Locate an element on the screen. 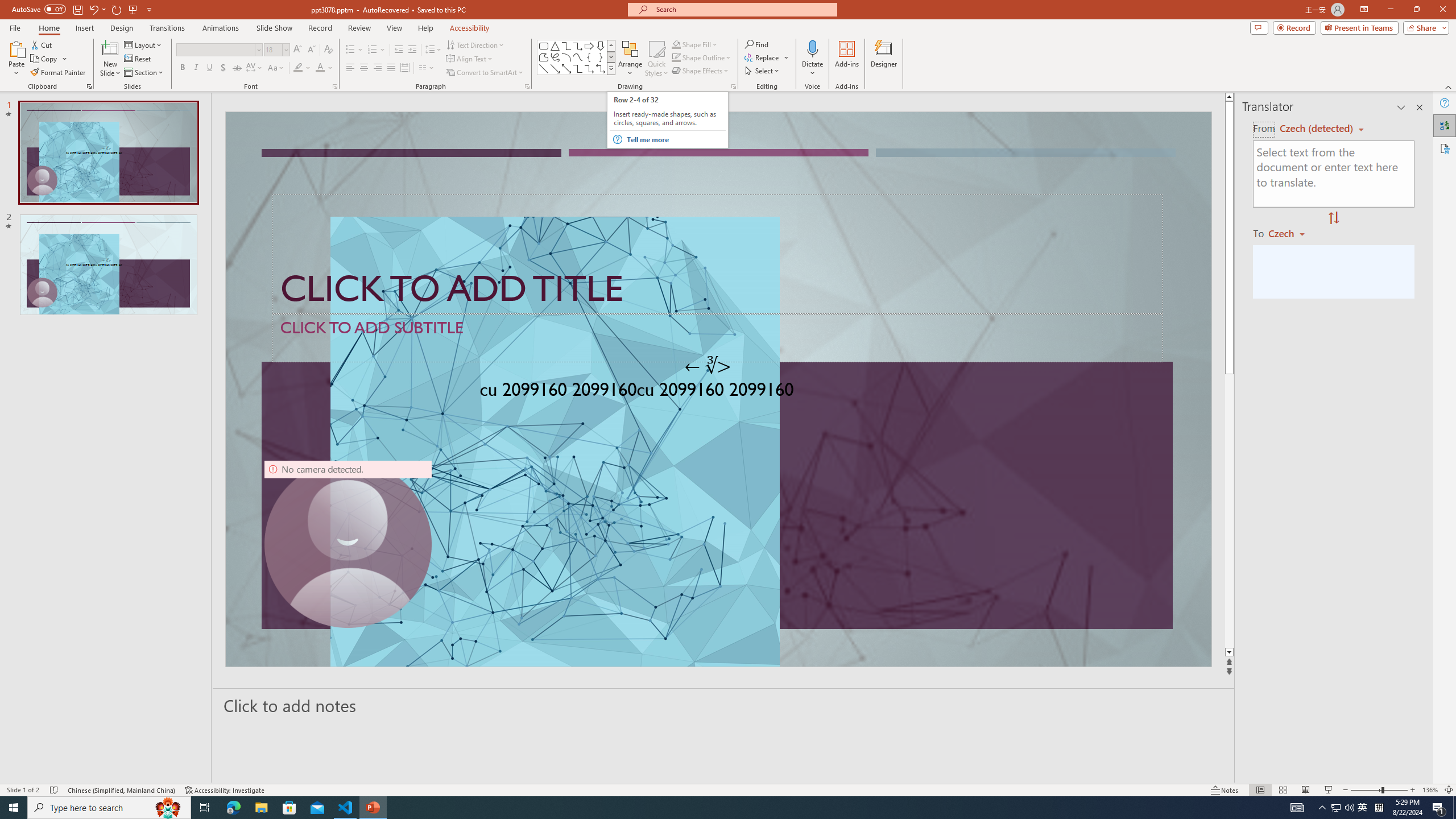 Image resolution: width=1456 pixels, height=819 pixels. 'Layout' is located at coordinates (143, 44).